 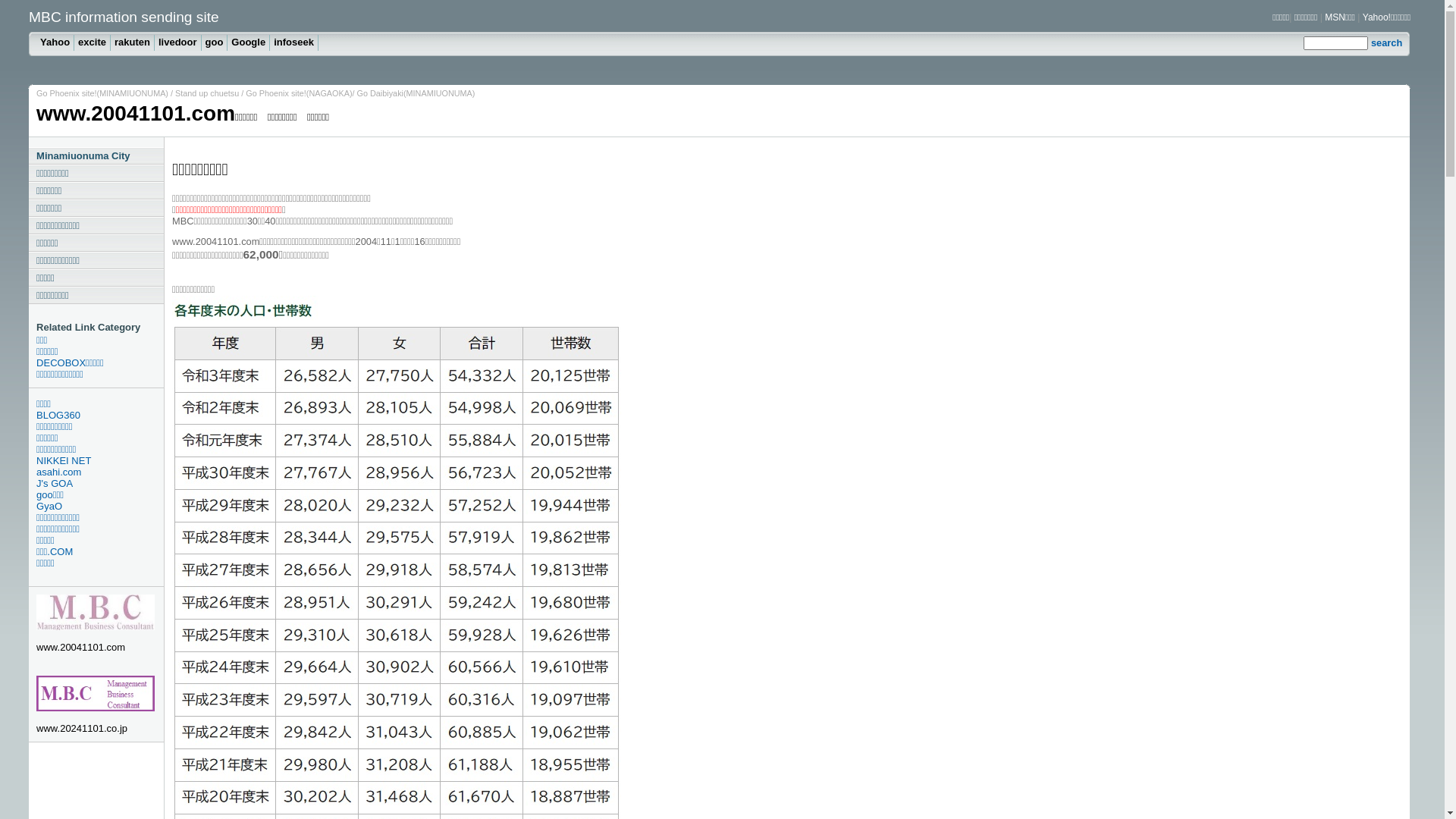 I want to click on 'Minamiuonuma City', so click(x=95, y=155).